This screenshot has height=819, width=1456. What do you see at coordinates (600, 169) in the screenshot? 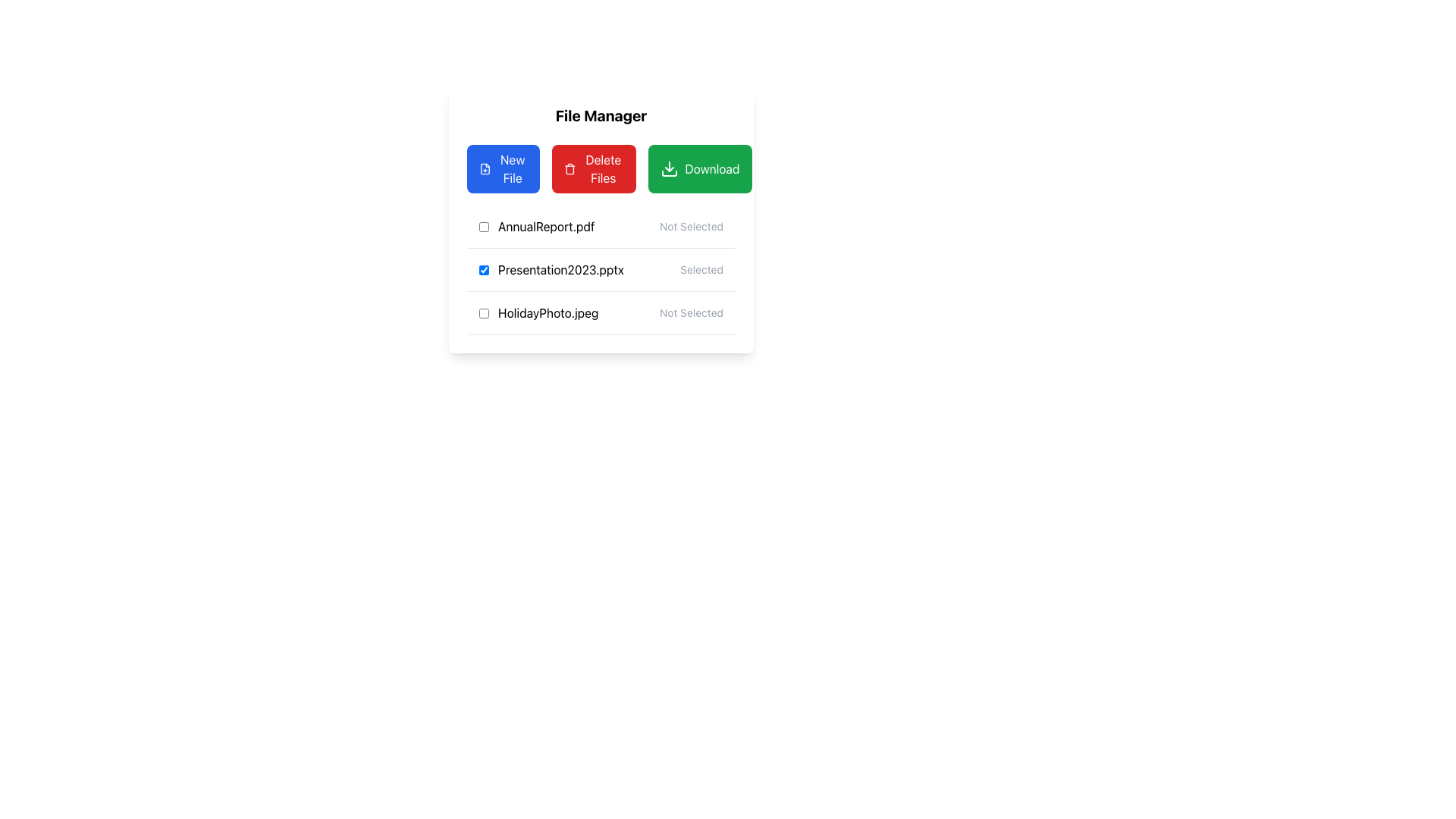
I see `the 'Delete Files' button in the button group for file operations, which is located below the 'File Manager' title and above the file list` at bounding box center [600, 169].